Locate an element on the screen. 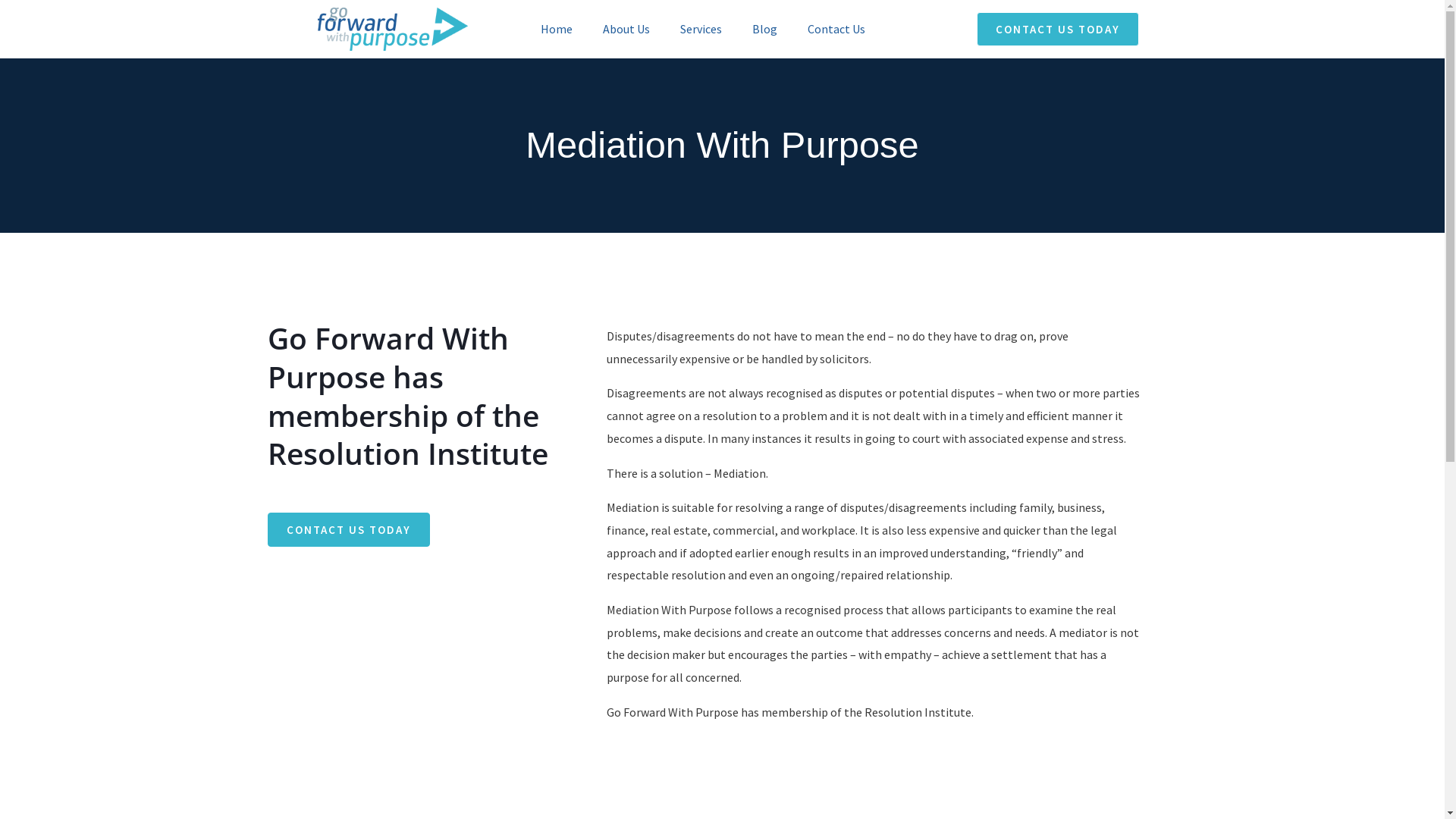 The width and height of the screenshot is (1456, 819). 'About Us' is located at coordinates (626, 29).